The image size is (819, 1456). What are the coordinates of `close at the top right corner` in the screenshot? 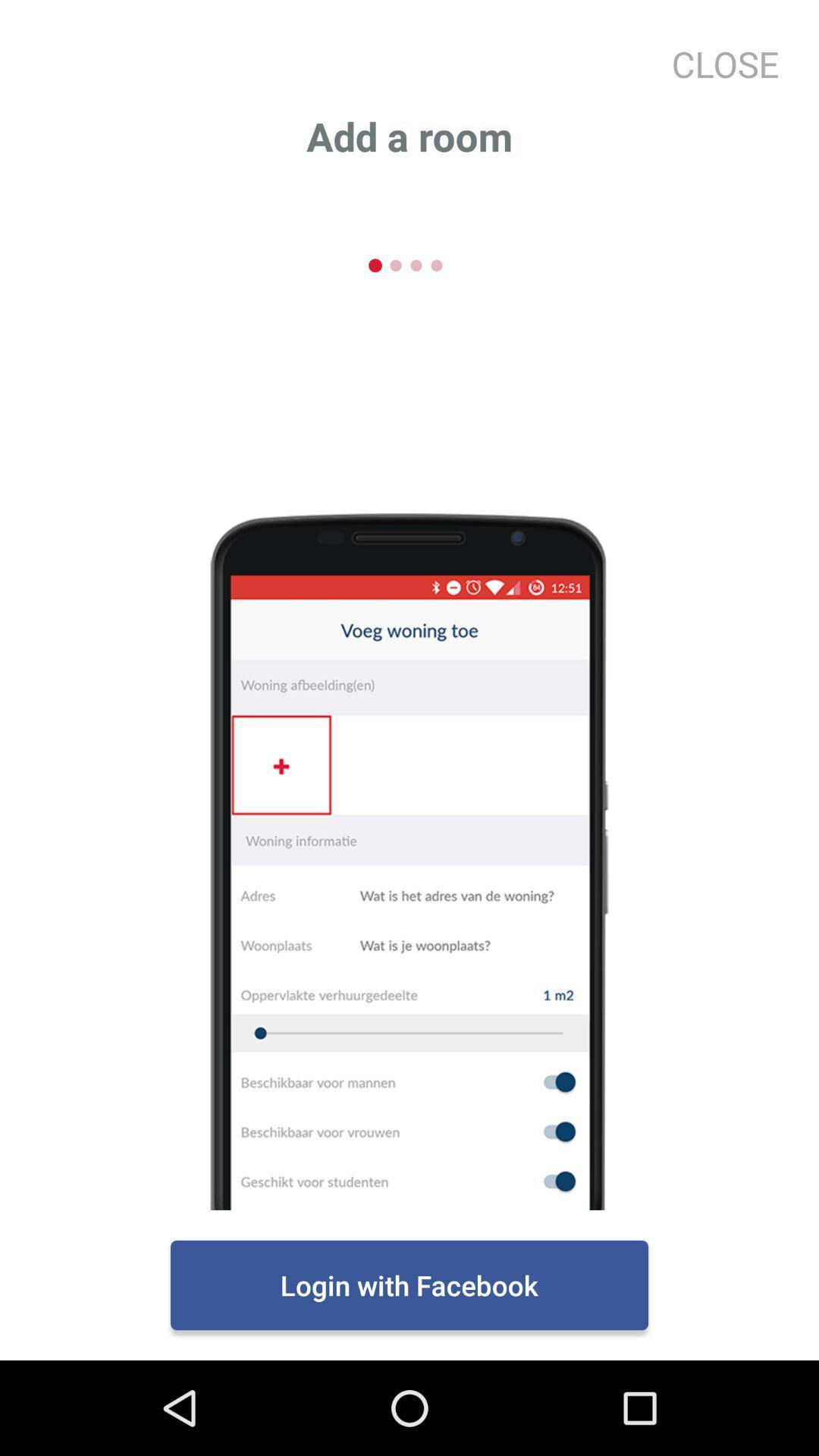 It's located at (718, 63).